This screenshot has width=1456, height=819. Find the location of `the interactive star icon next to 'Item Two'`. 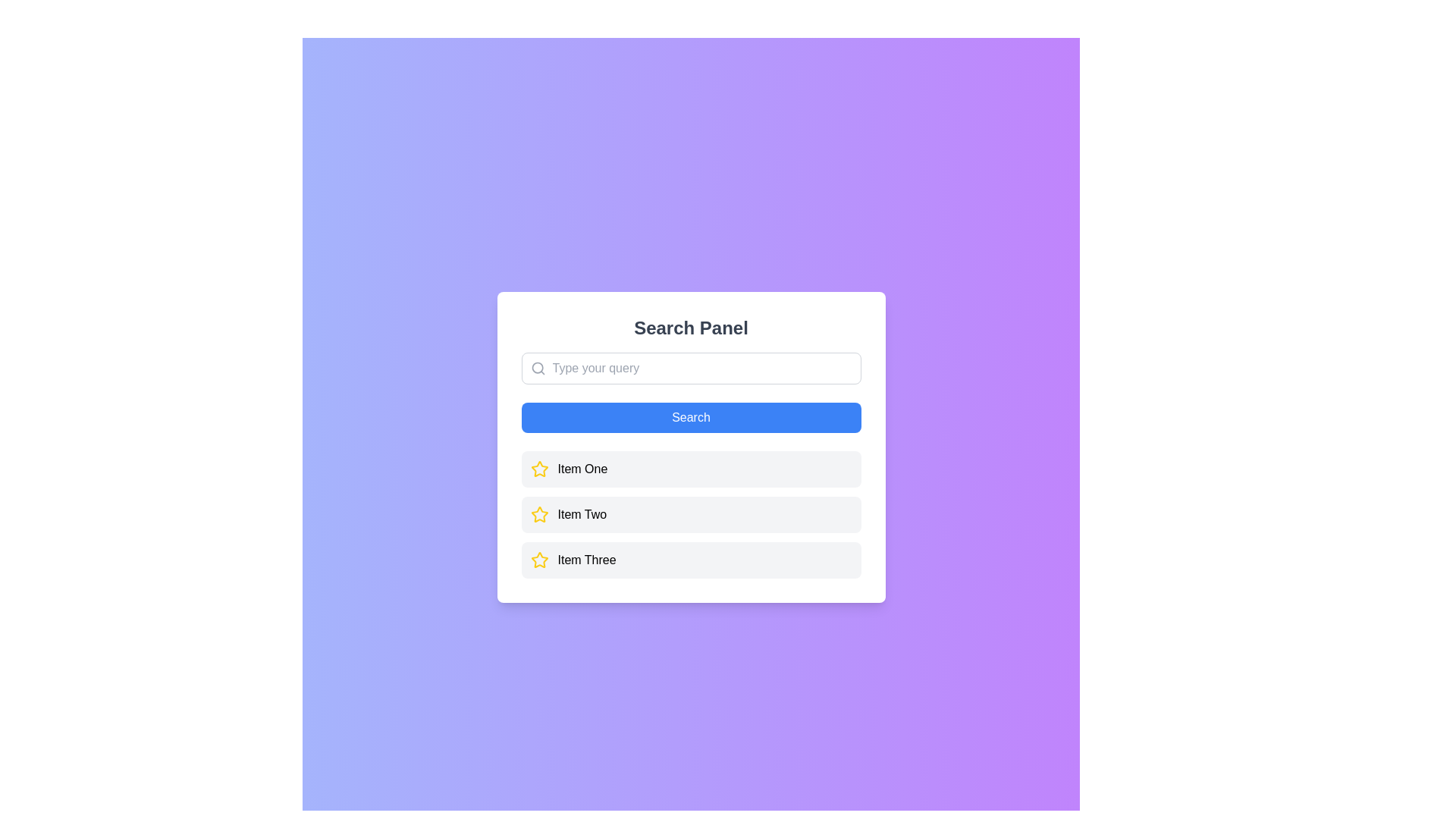

the interactive star icon next to 'Item Two' is located at coordinates (539, 513).